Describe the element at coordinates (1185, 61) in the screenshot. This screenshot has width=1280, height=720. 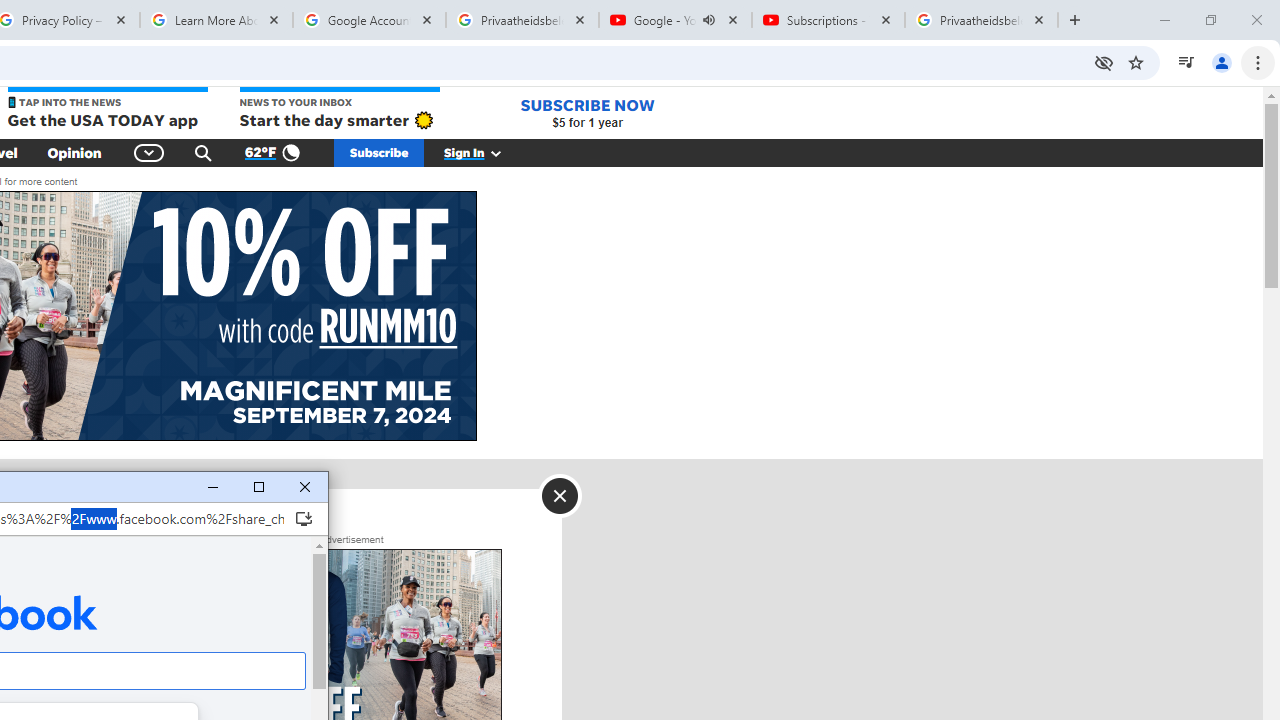
I see `'Control your music, videos, and more'` at that location.